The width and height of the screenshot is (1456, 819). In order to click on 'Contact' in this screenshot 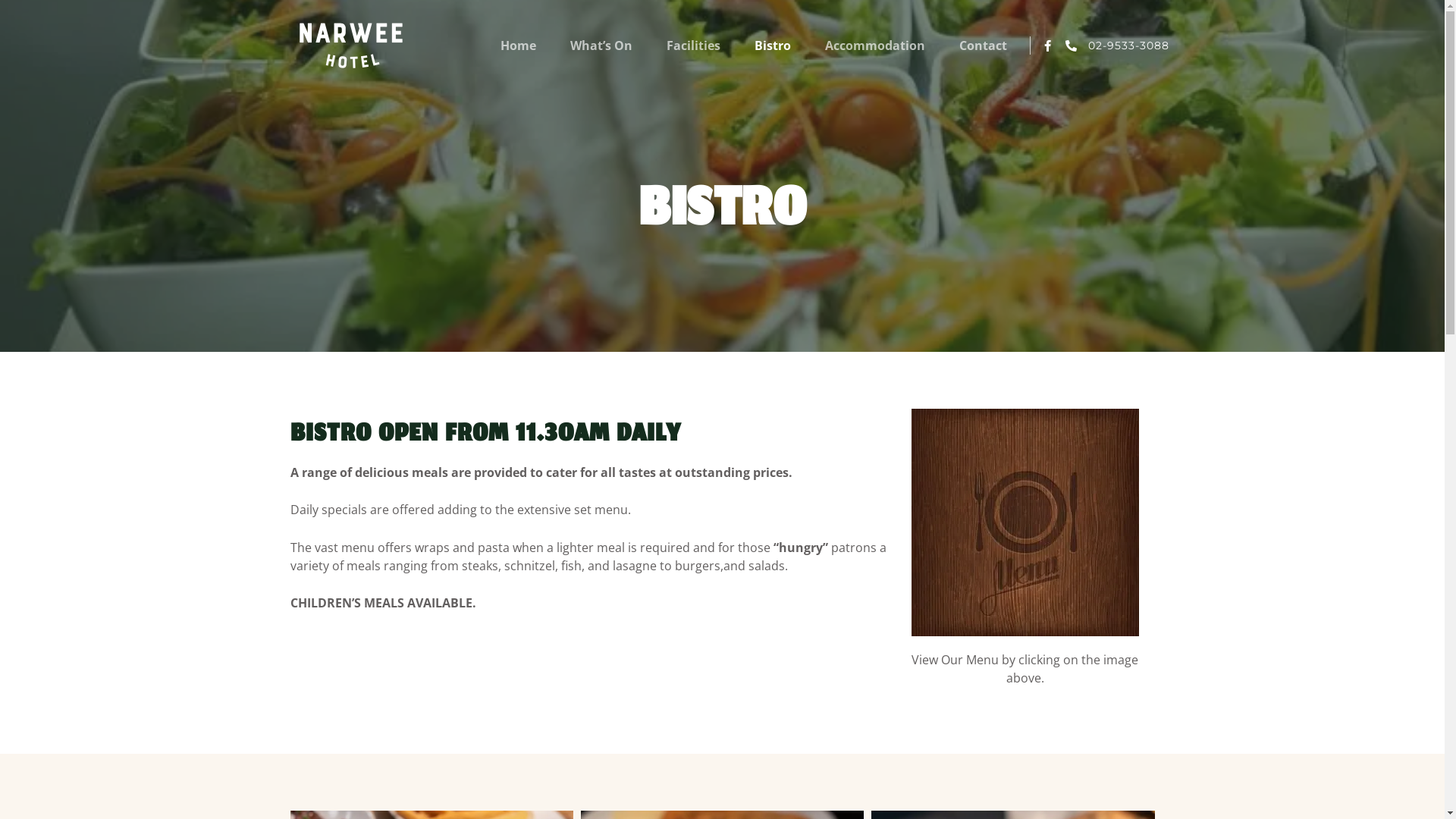, I will do `click(983, 45)`.